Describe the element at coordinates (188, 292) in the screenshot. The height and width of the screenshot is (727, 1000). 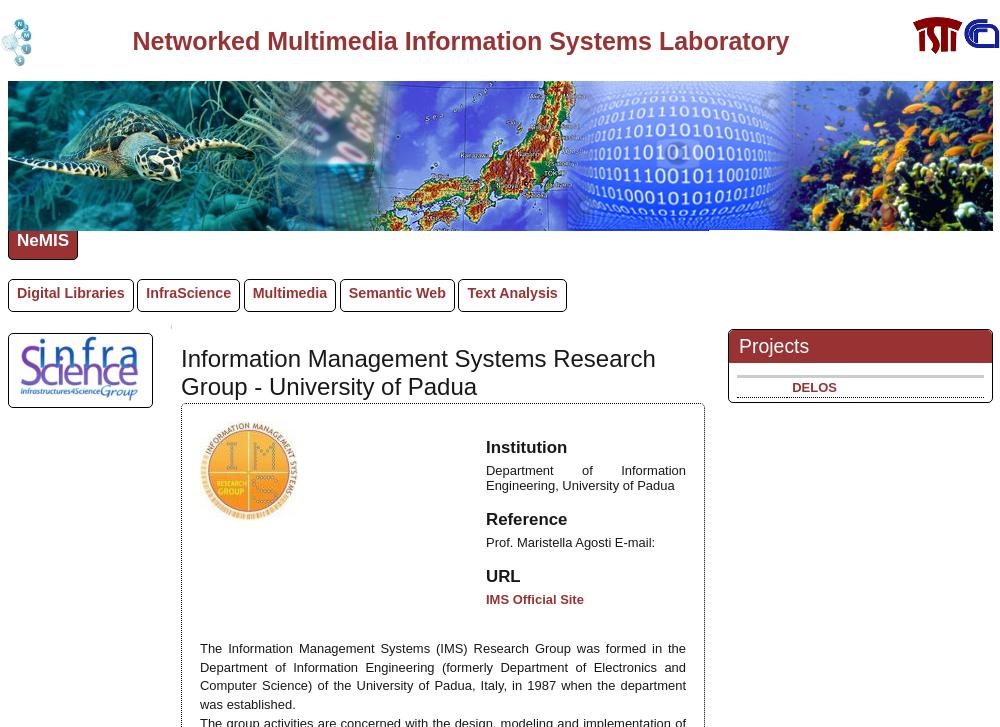
I see `'InfraScience'` at that location.